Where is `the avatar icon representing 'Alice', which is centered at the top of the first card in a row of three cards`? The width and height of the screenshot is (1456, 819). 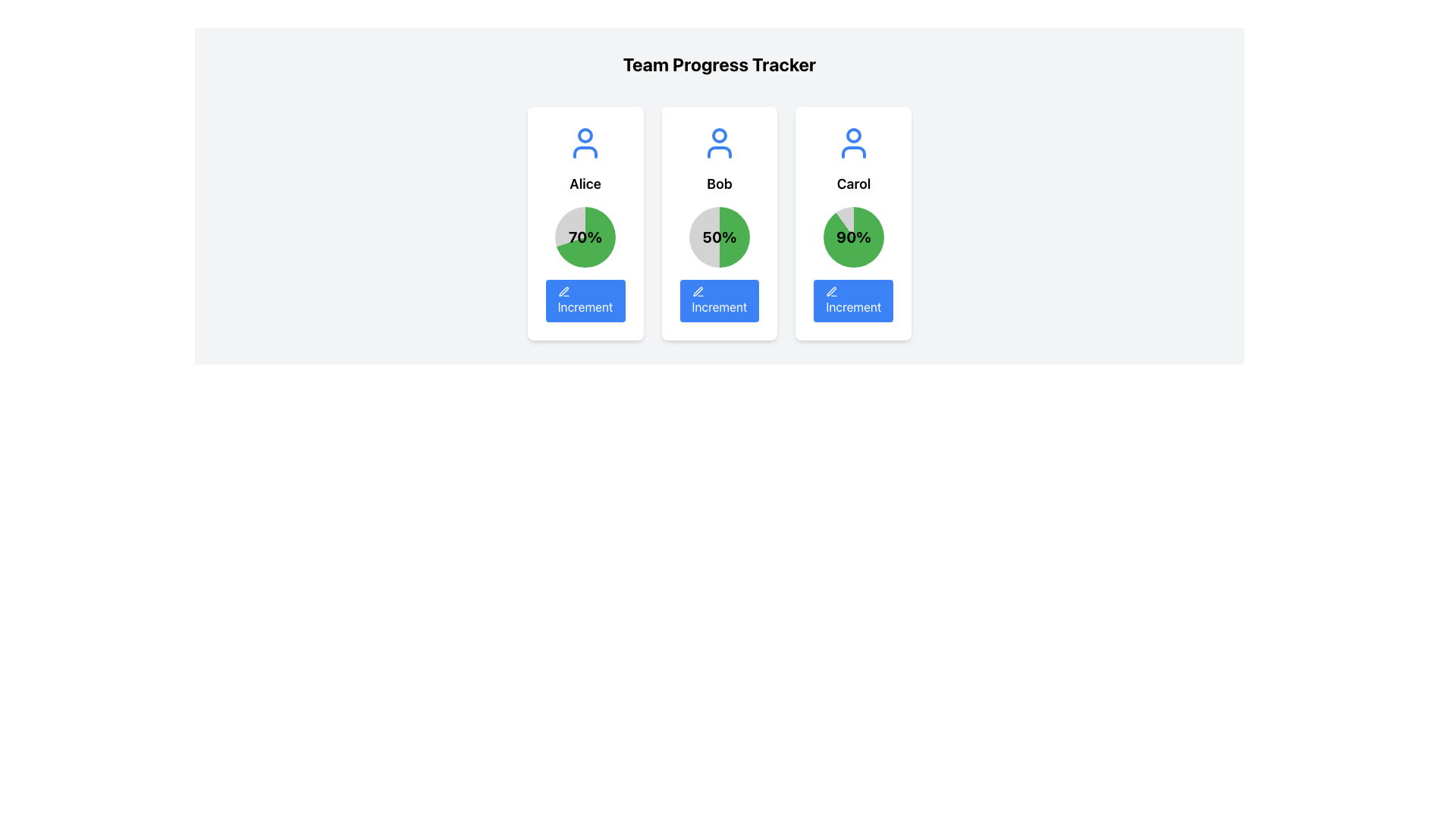
the avatar icon representing 'Alice', which is centered at the top of the first card in a row of three cards is located at coordinates (585, 143).